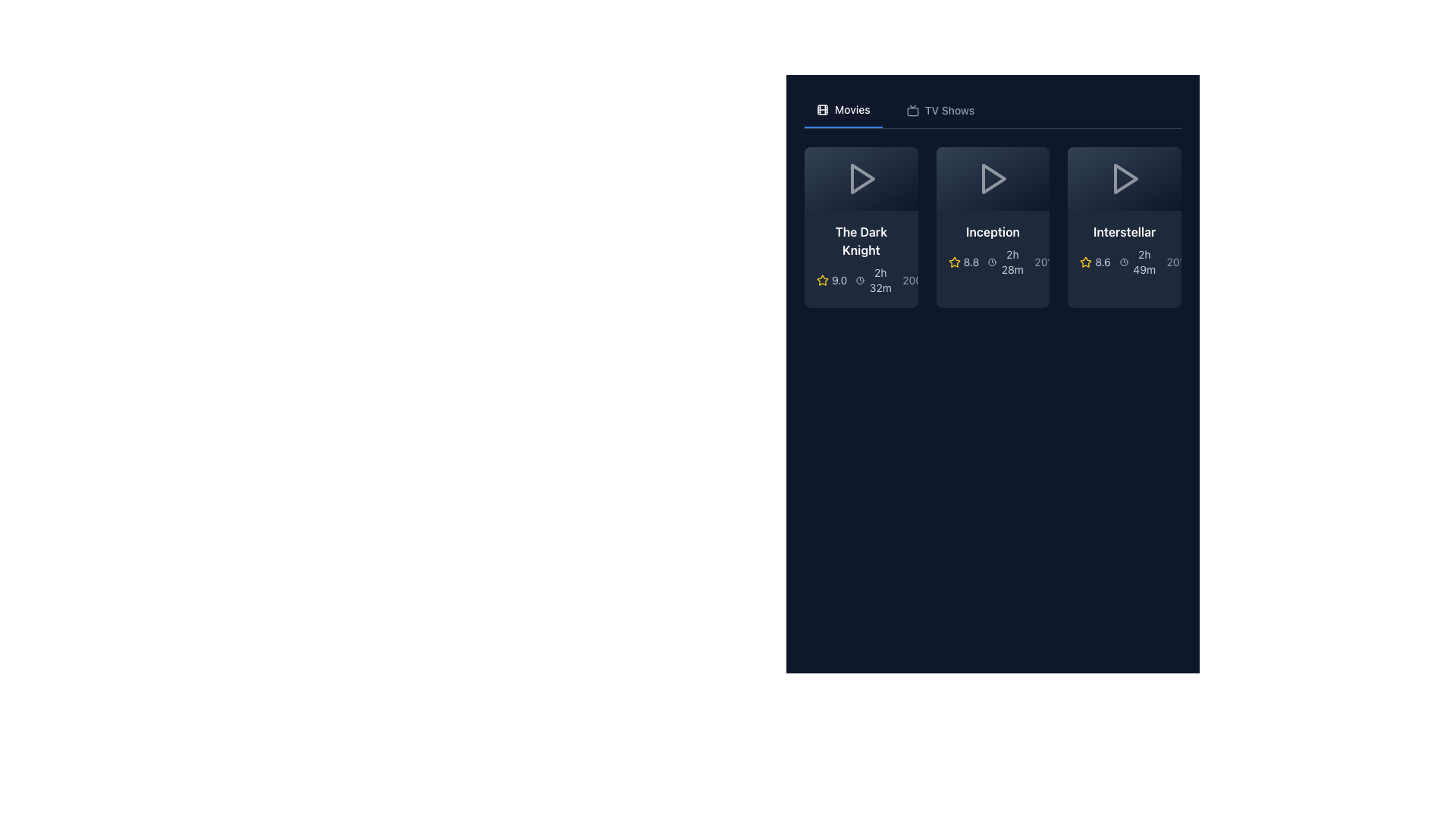  What do you see at coordinates (843, 110) in the screenshot?
I see `the 'Movies' navigation tab, which is emphasized by a blue underline and displays a film icon` at bounding box center [843, 110].